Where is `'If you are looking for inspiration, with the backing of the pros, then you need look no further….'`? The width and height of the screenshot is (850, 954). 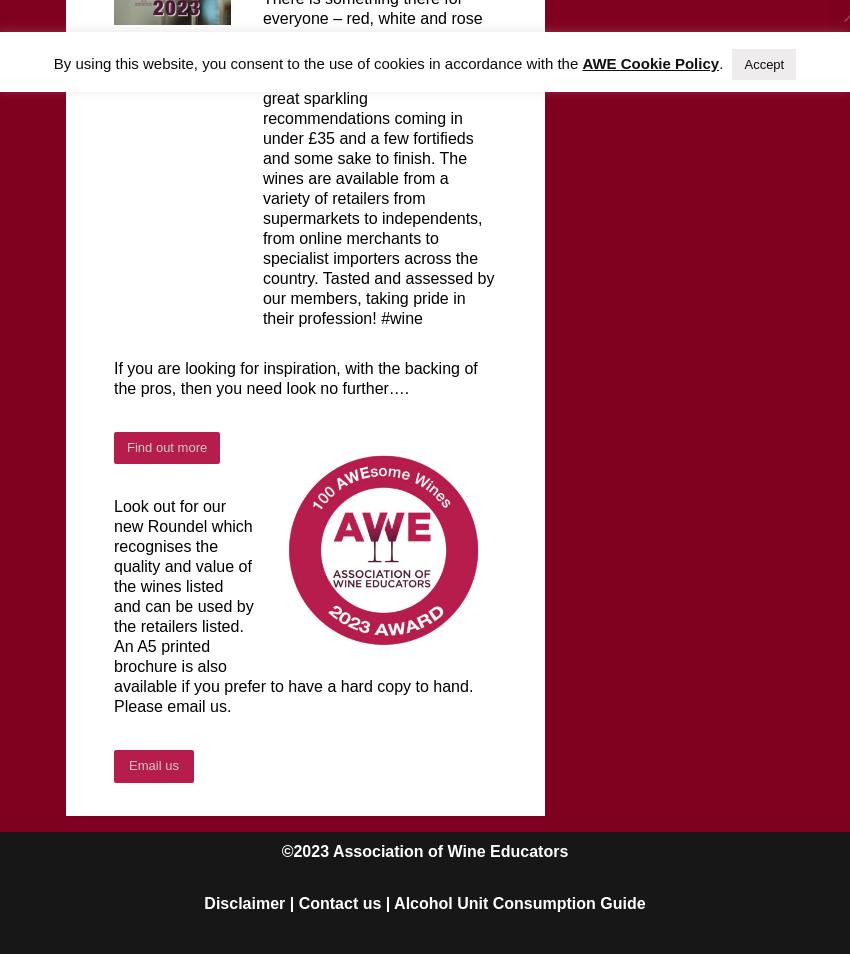
'If you are looking for inspiration, with the backing of the pros, then you need look no further….' is located at coordinates (294, 377).